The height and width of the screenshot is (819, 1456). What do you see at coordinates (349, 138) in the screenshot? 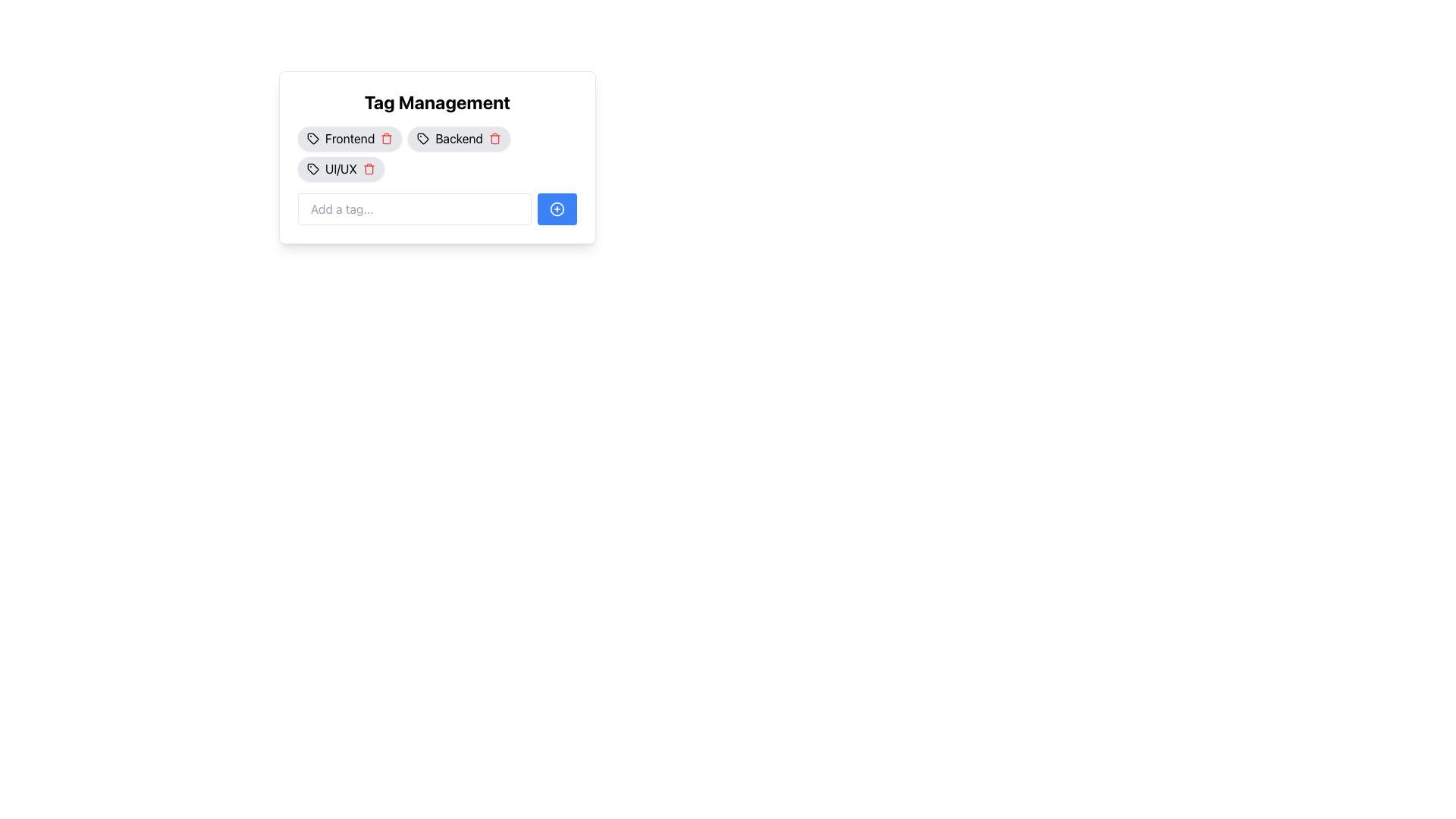
I see `the 'Frontend' text label, which is positioned to the right of the tag icon and left of the delete button in the Tag Management section` at bounding box center [349, 138].